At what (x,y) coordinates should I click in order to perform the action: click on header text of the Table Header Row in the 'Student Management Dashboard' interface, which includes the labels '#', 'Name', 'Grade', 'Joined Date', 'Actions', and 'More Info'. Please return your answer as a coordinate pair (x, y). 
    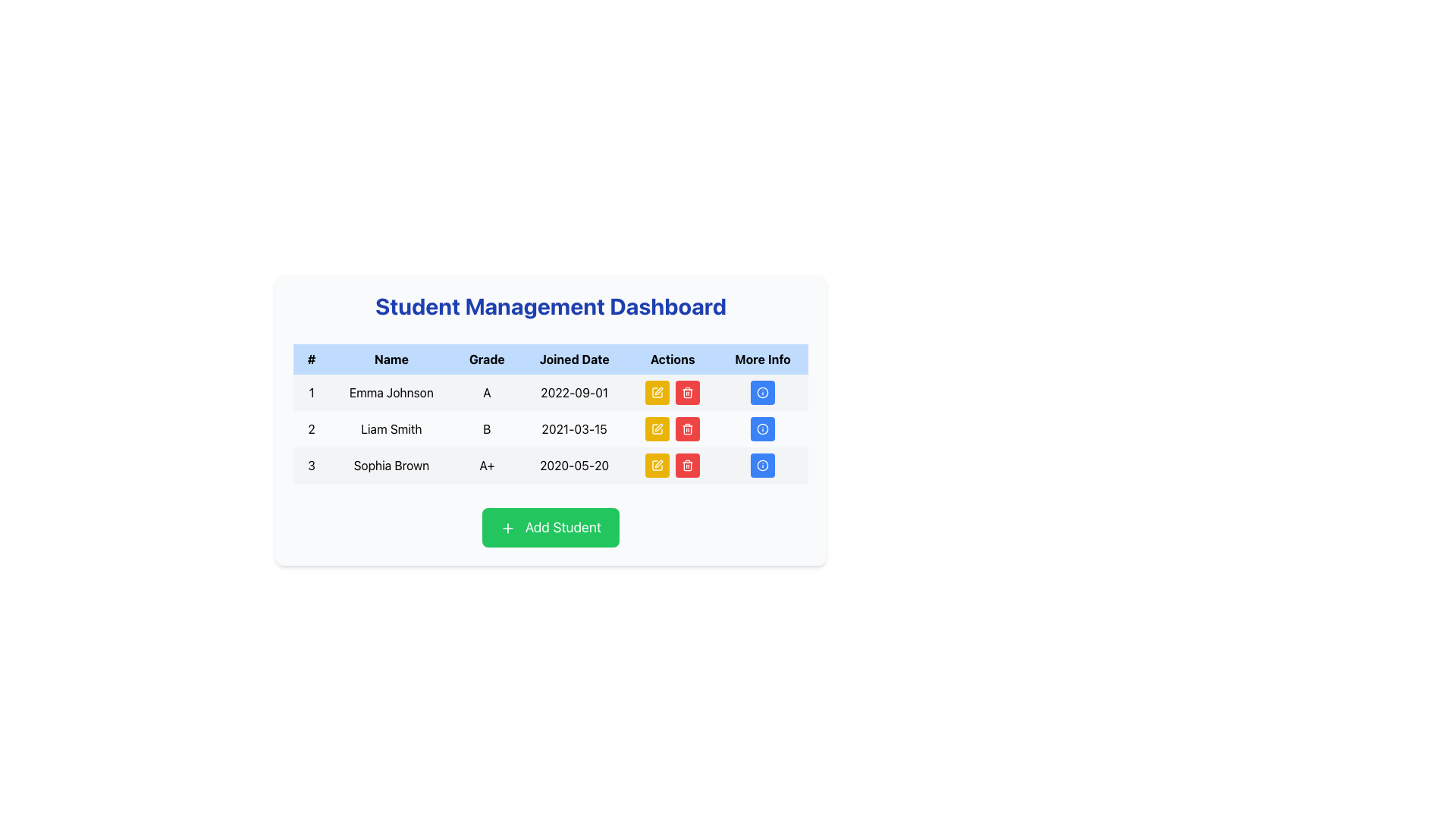
    Looking at the image, I should click on (550, 359).